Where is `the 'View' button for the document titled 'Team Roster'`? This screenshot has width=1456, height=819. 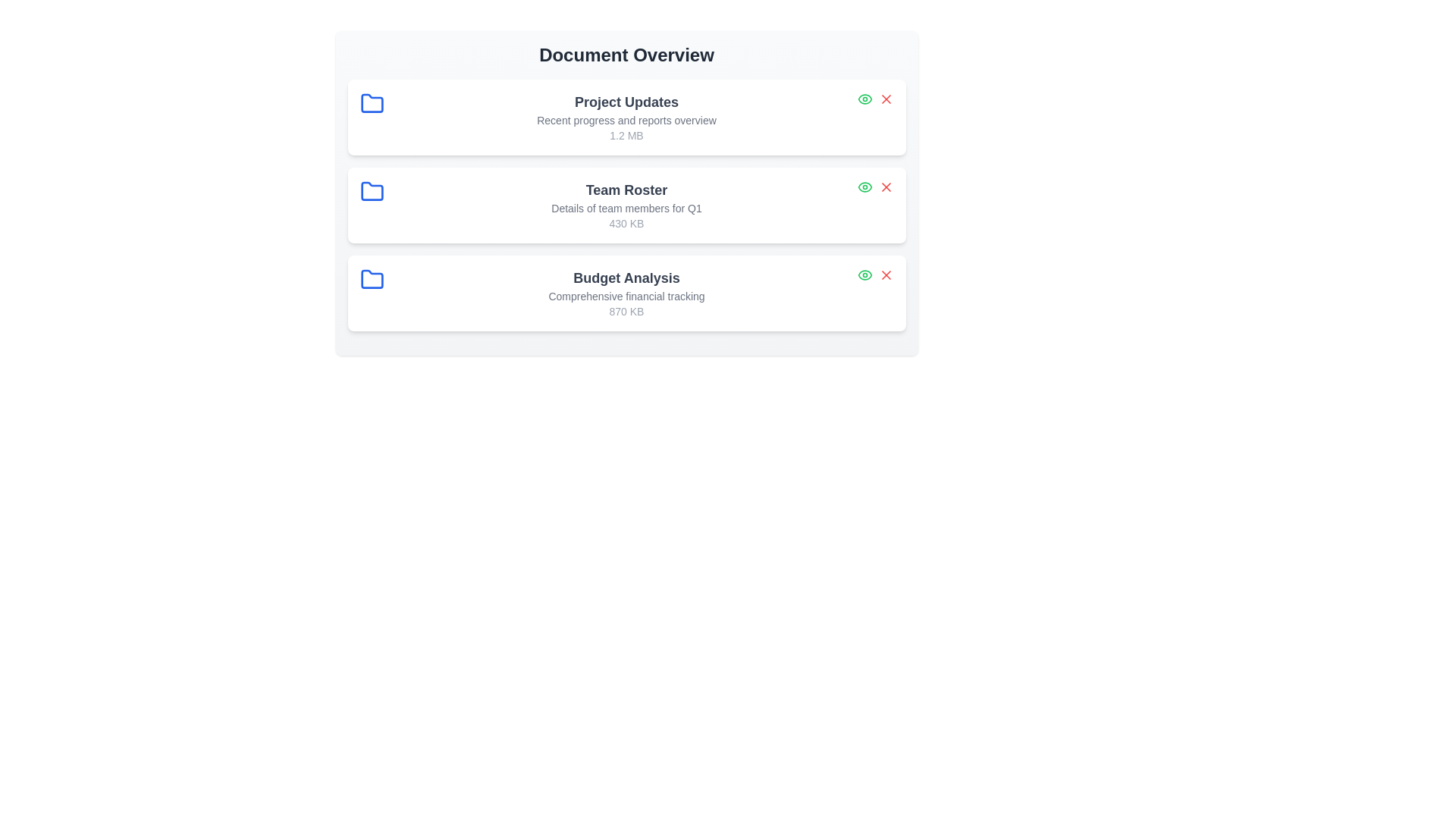 the 'View' button for the document titled 'Team Roster' is located at coordinates (864, 186).